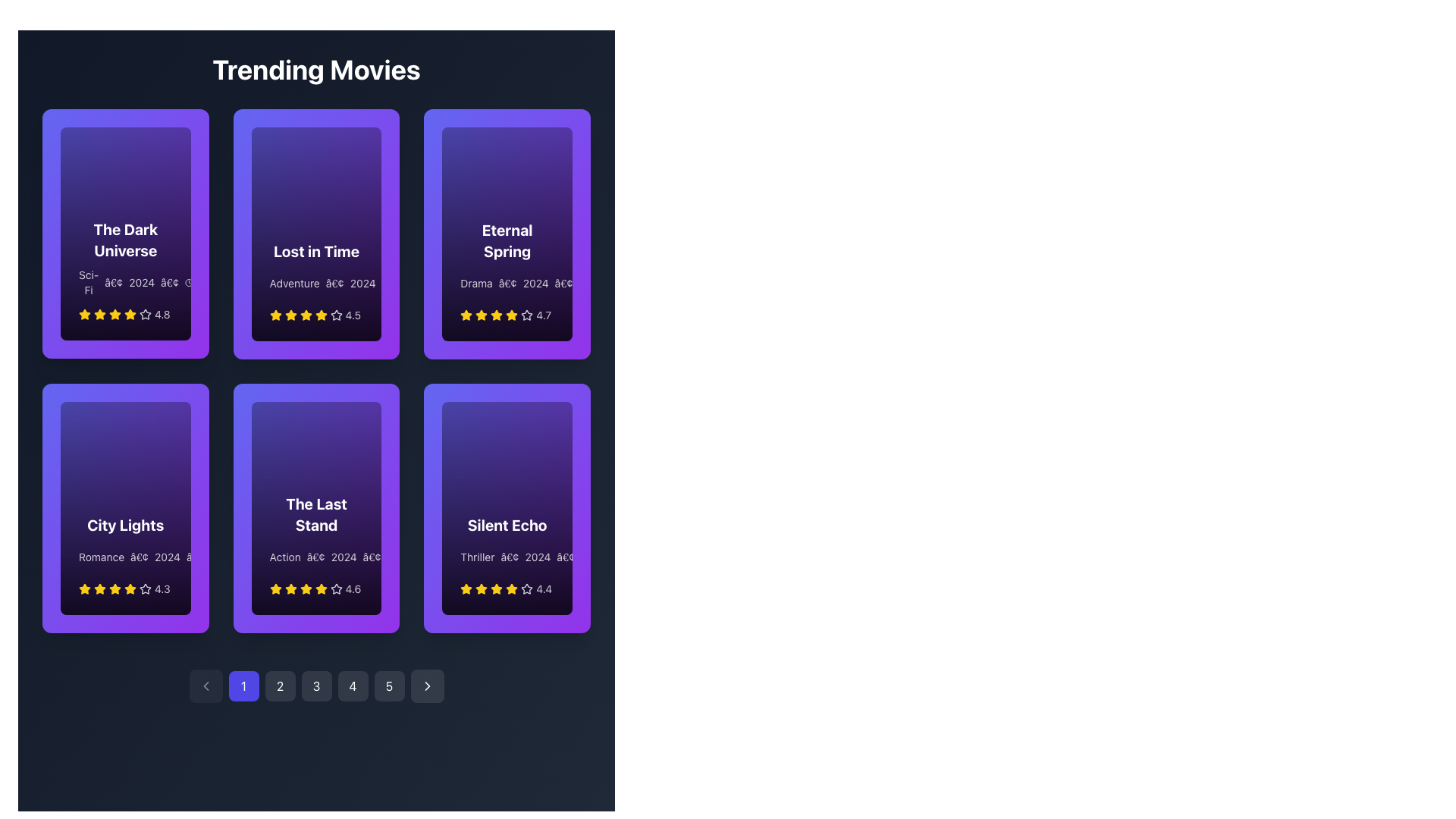 This screenshot has height=819, width=1456. Describe the element at coordinates (320, 314) in the screenshot. I see `the fifth yellow star icon with a hollow center in the rating display for the movie 'Lost in Time' within the 'Trending Movies' grid` at that location.